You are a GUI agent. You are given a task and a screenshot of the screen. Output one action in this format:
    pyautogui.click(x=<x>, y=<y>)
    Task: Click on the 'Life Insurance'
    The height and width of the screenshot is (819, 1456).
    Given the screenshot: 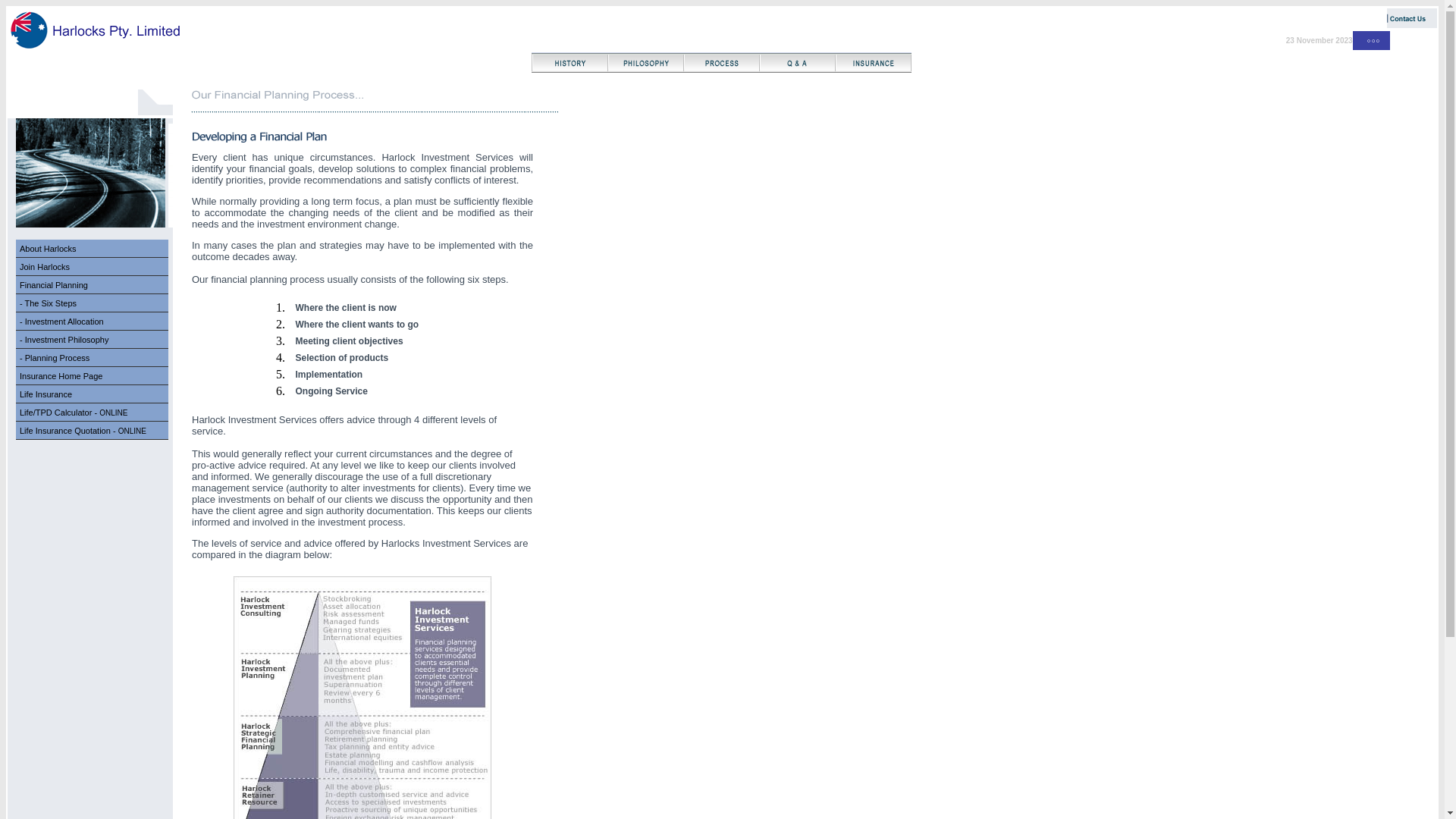 What is the action you would take?
    pyautogui.click(x=91, y=393)
    